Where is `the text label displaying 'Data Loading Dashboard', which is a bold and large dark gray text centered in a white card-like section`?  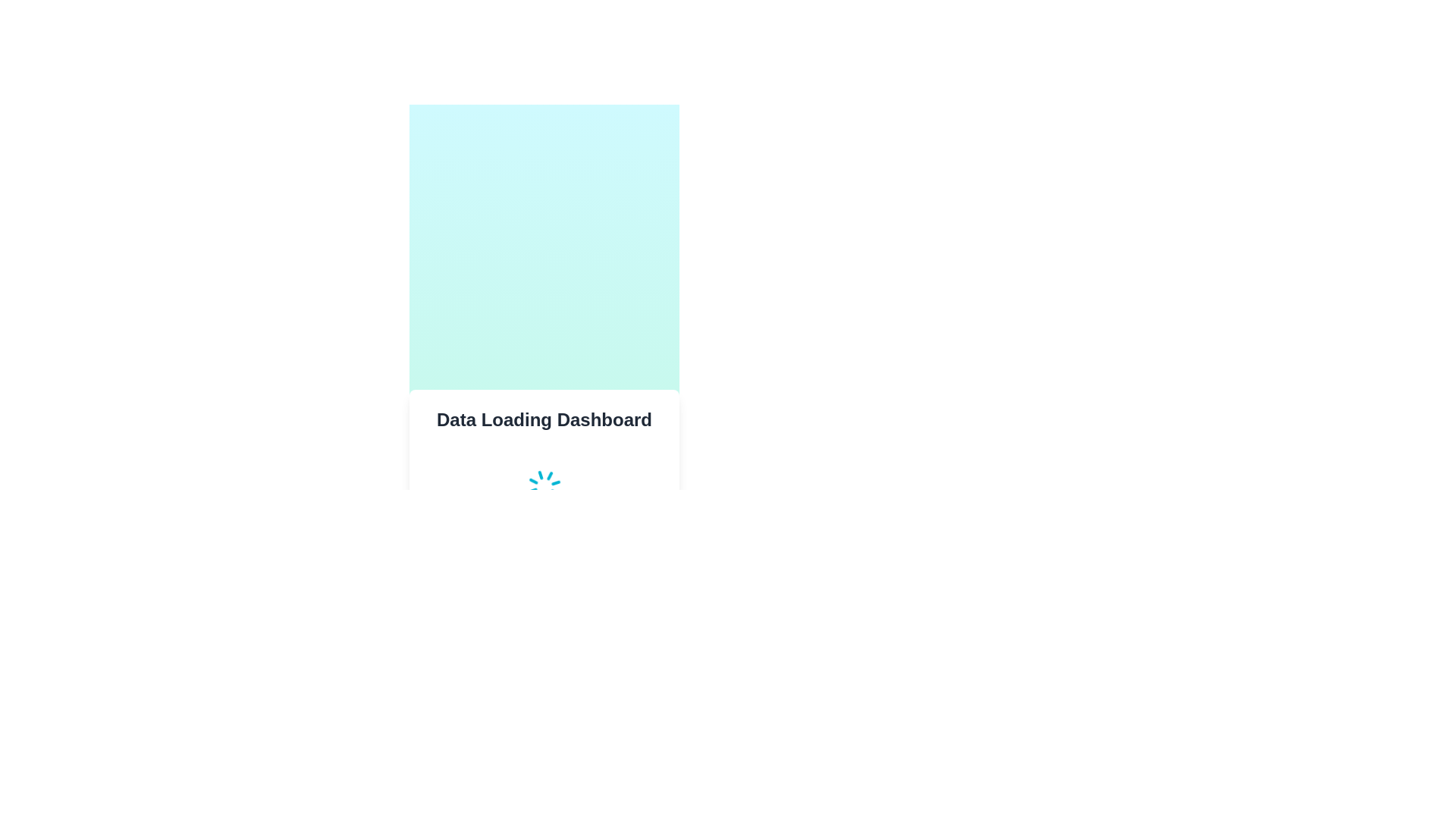 the text label displaying 'Data Loading Dashboard', which is a bold and large dark gray text centered in a white card-like section is located at coordinates (544, 420).